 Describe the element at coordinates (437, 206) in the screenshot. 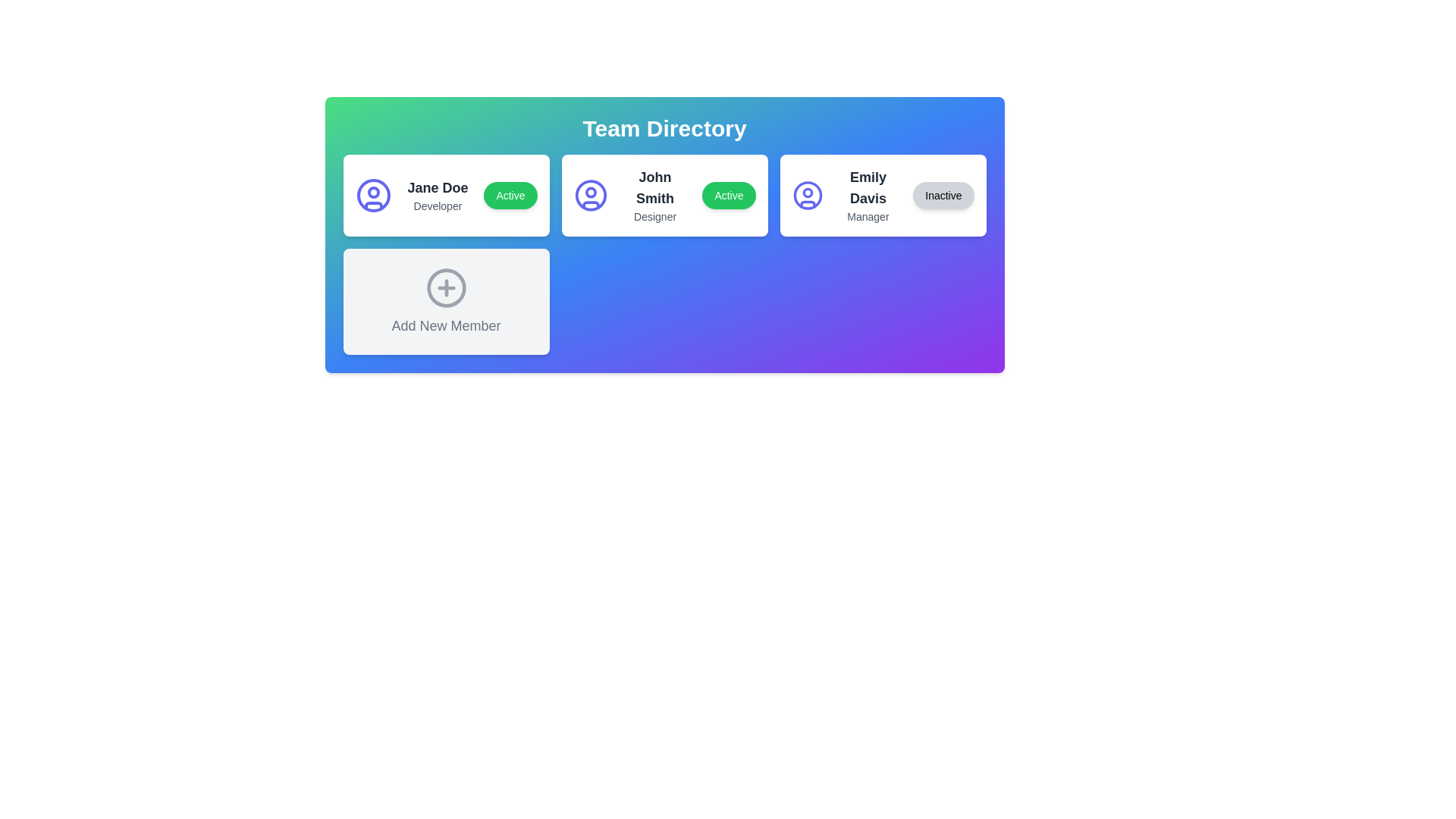

I see `the text label displaying 'Developer', which is styled in small gray font and positioned below the bold 'Jane Doe' text in the card layout` at that location.